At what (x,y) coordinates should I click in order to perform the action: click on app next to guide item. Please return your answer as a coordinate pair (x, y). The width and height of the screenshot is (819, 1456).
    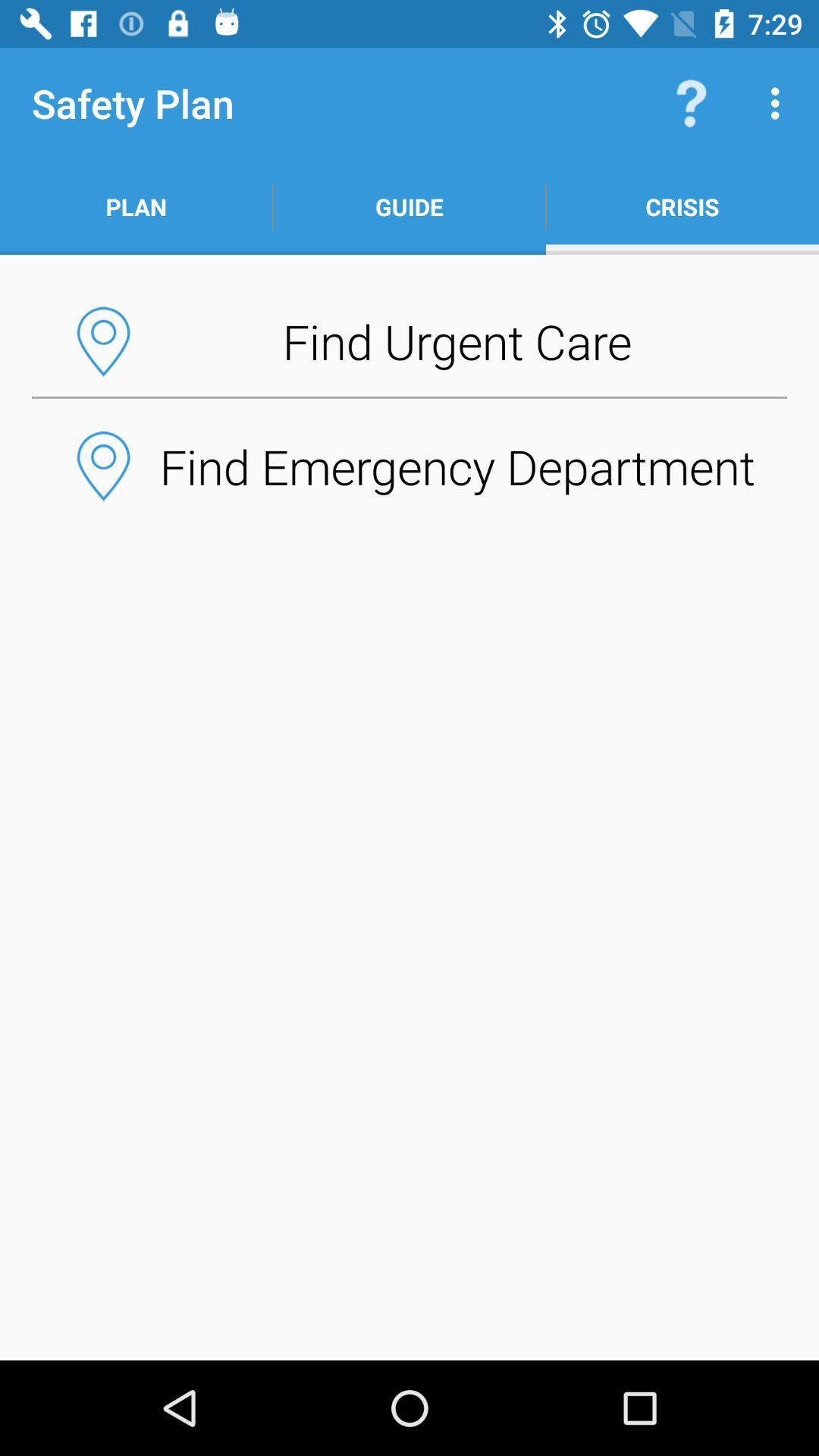
    Looking at the image, I should click on (691, 102).